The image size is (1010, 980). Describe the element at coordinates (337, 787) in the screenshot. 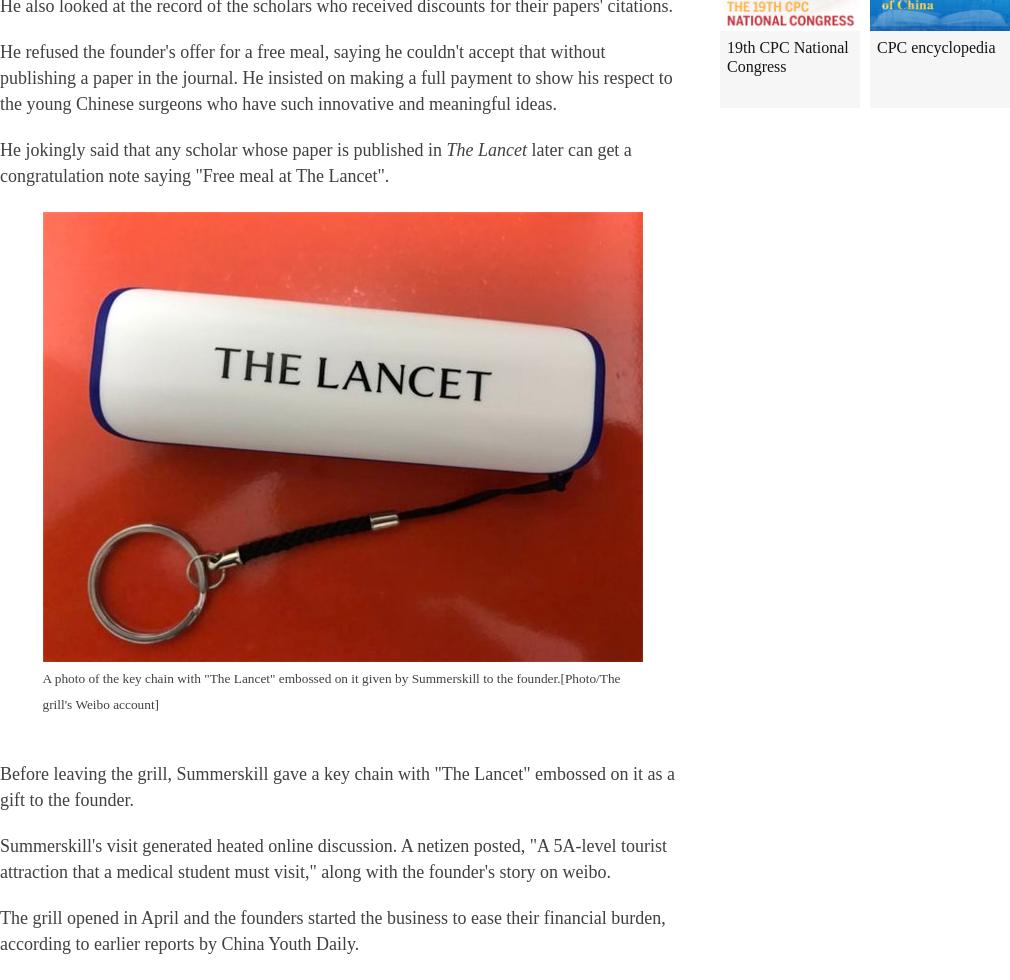

I see `'Before leaving the grill, Summerskill gave a key chain with "The Lancet" embossed on it as a gift to the founder.'` at that location.